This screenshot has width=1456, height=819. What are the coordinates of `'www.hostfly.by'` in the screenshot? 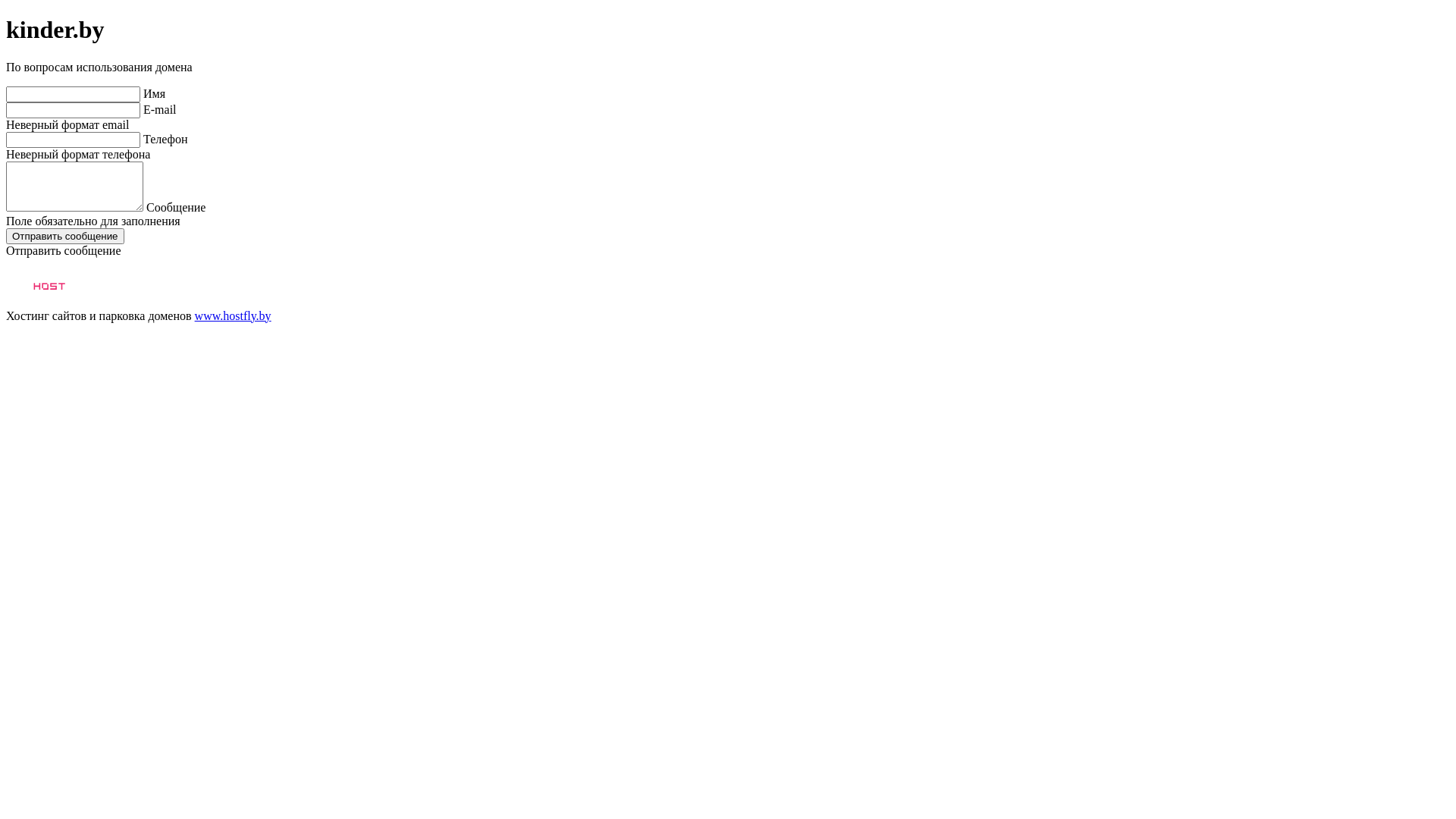 It's located at (232, 315).